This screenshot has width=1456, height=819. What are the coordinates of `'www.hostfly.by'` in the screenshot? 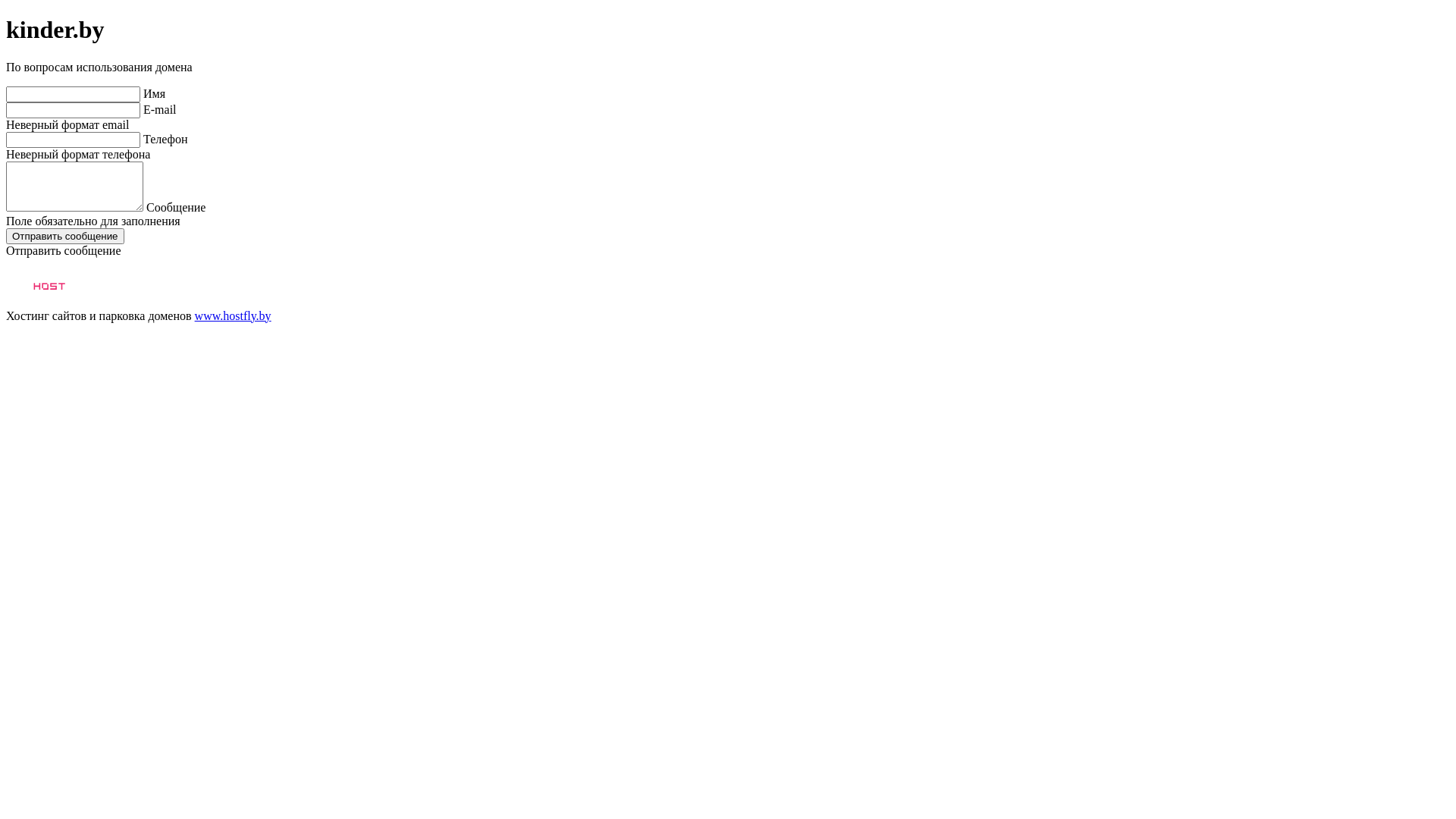 It's located at (232, 315).